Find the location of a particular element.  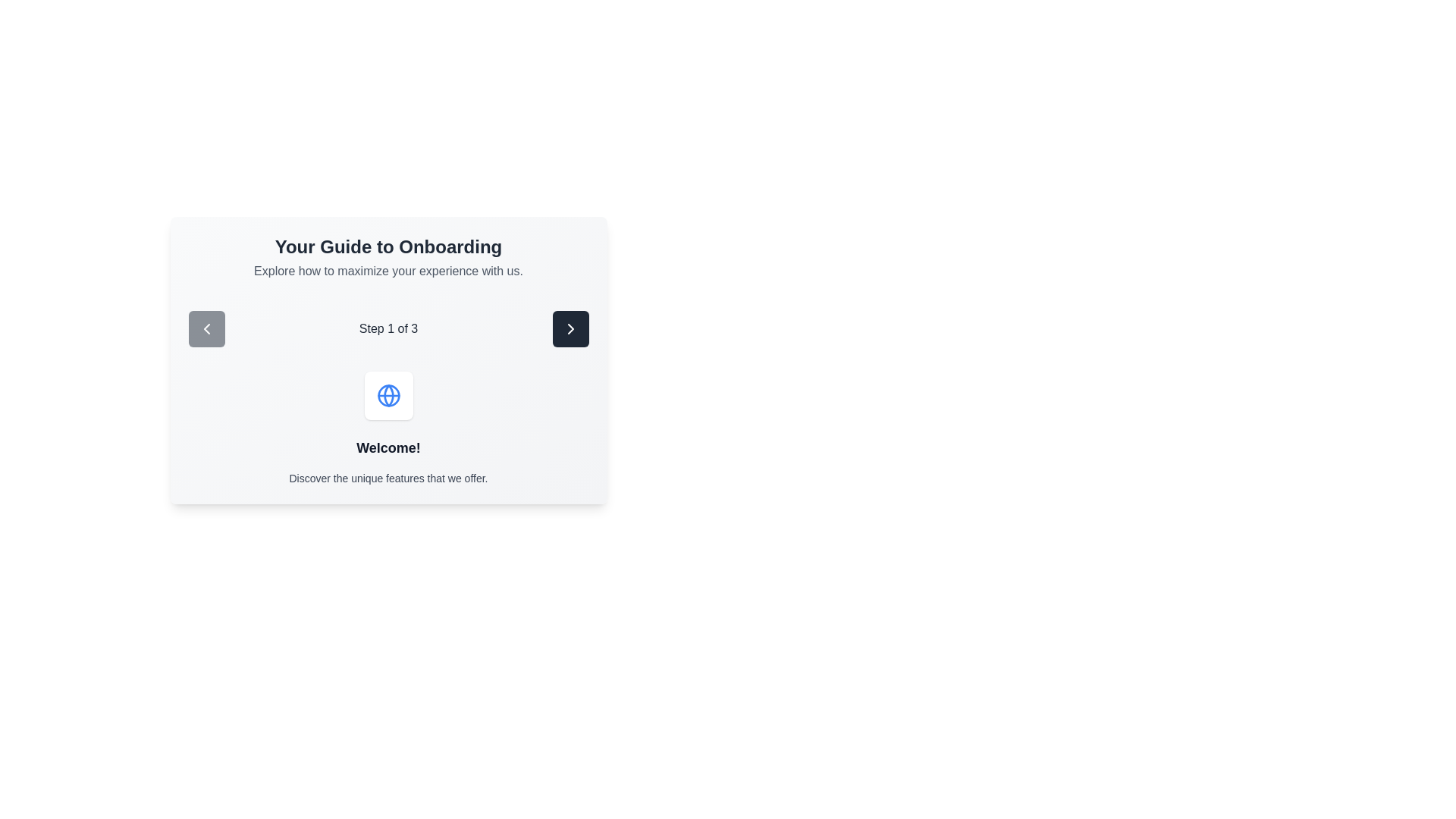

the text block that reads 'Your Guide to Onboarding' and 'Explore how to maximize your experience with us.' is located at coordinates (388, 256).